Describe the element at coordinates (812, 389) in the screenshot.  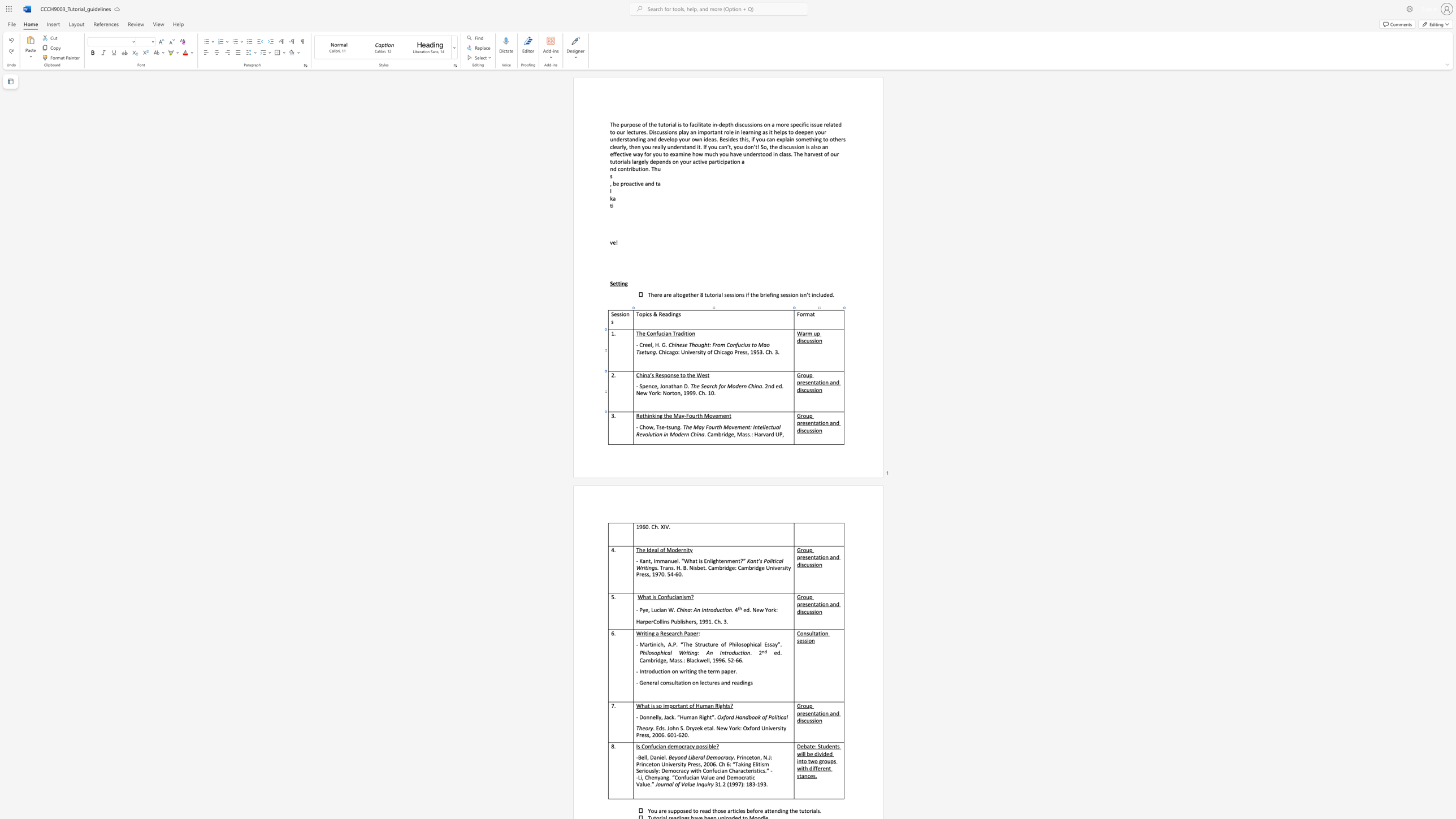
I see `the space between the continuous character "s" and "s" in the text` at that location.